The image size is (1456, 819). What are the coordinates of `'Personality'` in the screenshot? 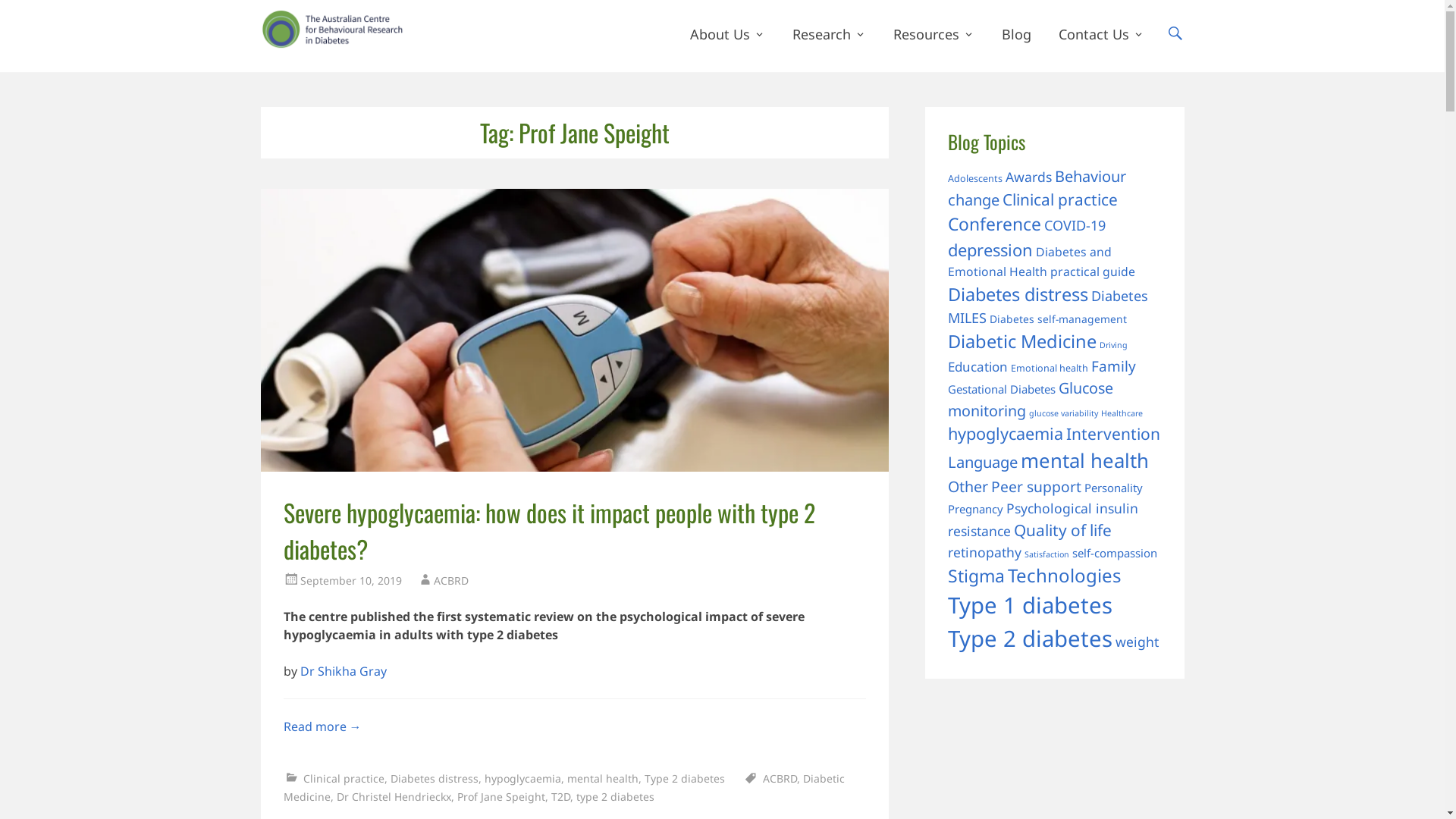 It's located at (1113, 488).